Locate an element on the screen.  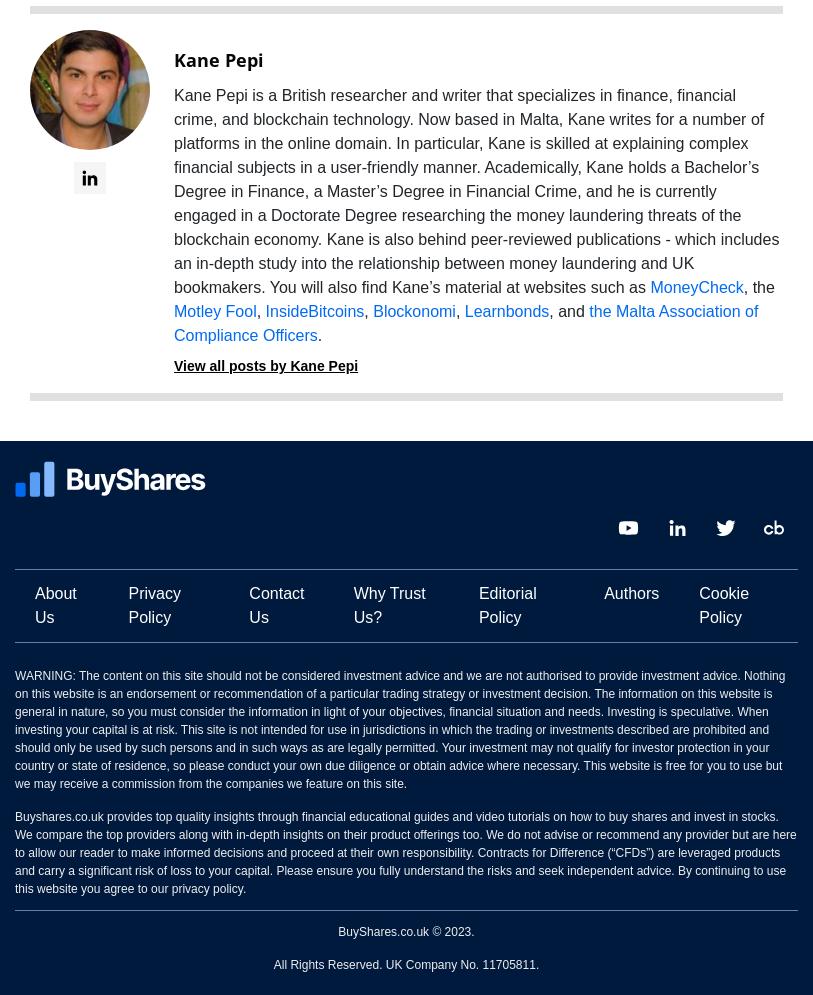
'Kane Pepi' is located at coordinates (218, 58).